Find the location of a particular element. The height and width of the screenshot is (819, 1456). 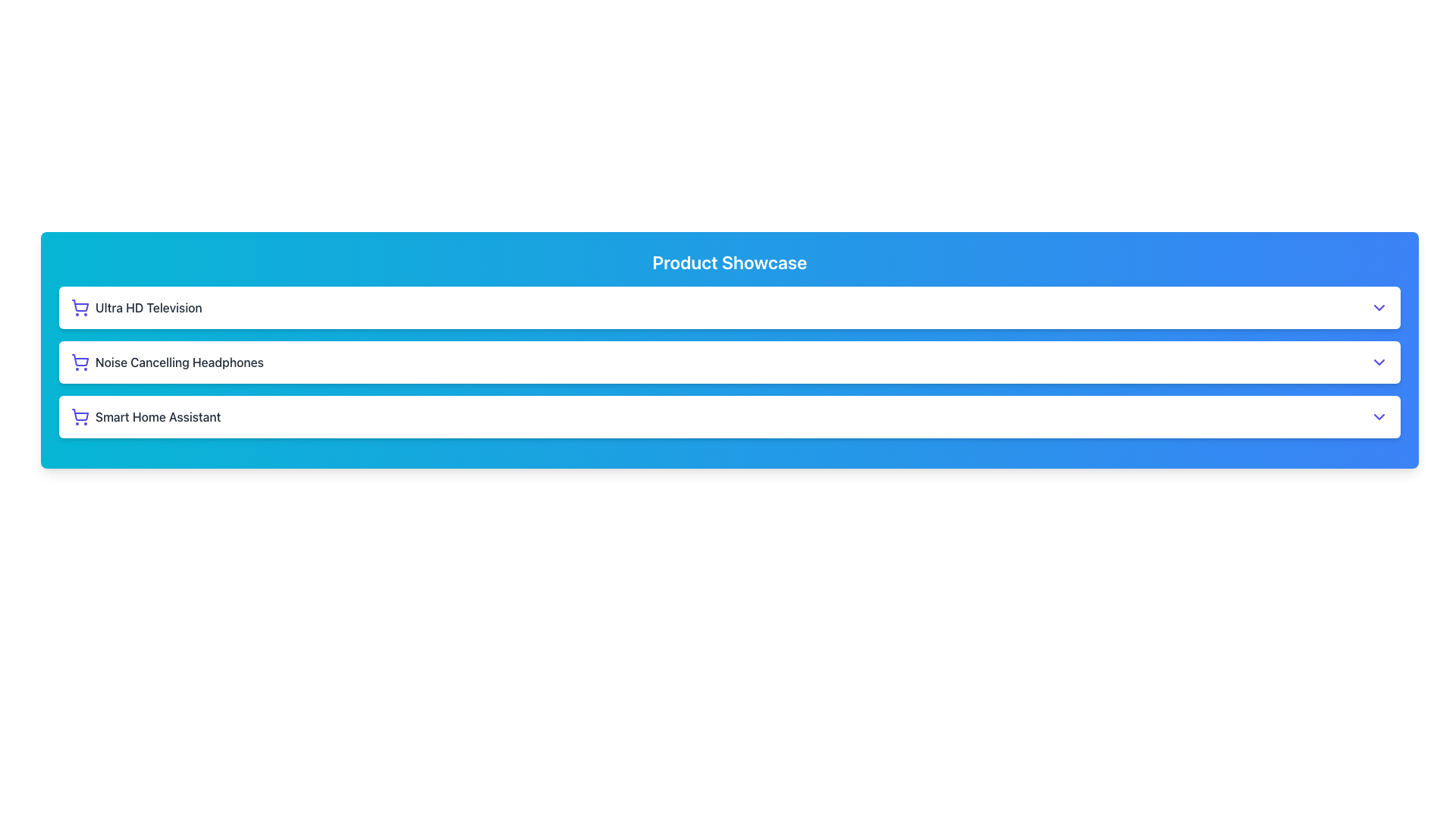

the label 'Smart Home Assistant' which is styled in a medium-weight font and dark gray color, located above further entries and below 'Noise Cancelling Headphones' in a vertical list is located at coordinates (146, 417).